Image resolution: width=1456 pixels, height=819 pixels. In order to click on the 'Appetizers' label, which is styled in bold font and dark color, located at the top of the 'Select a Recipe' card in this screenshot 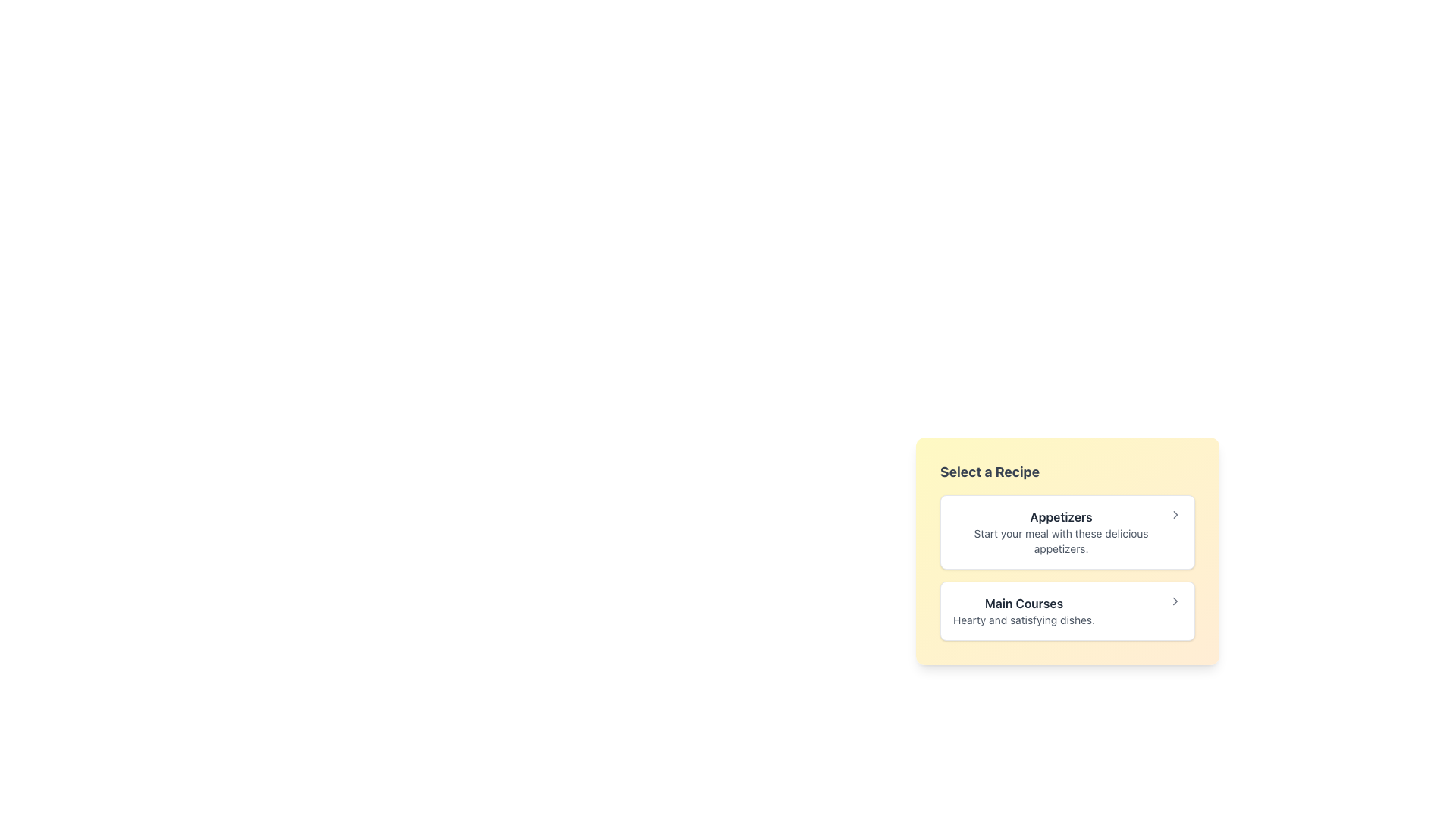, I will do `click(1060, 516)`.